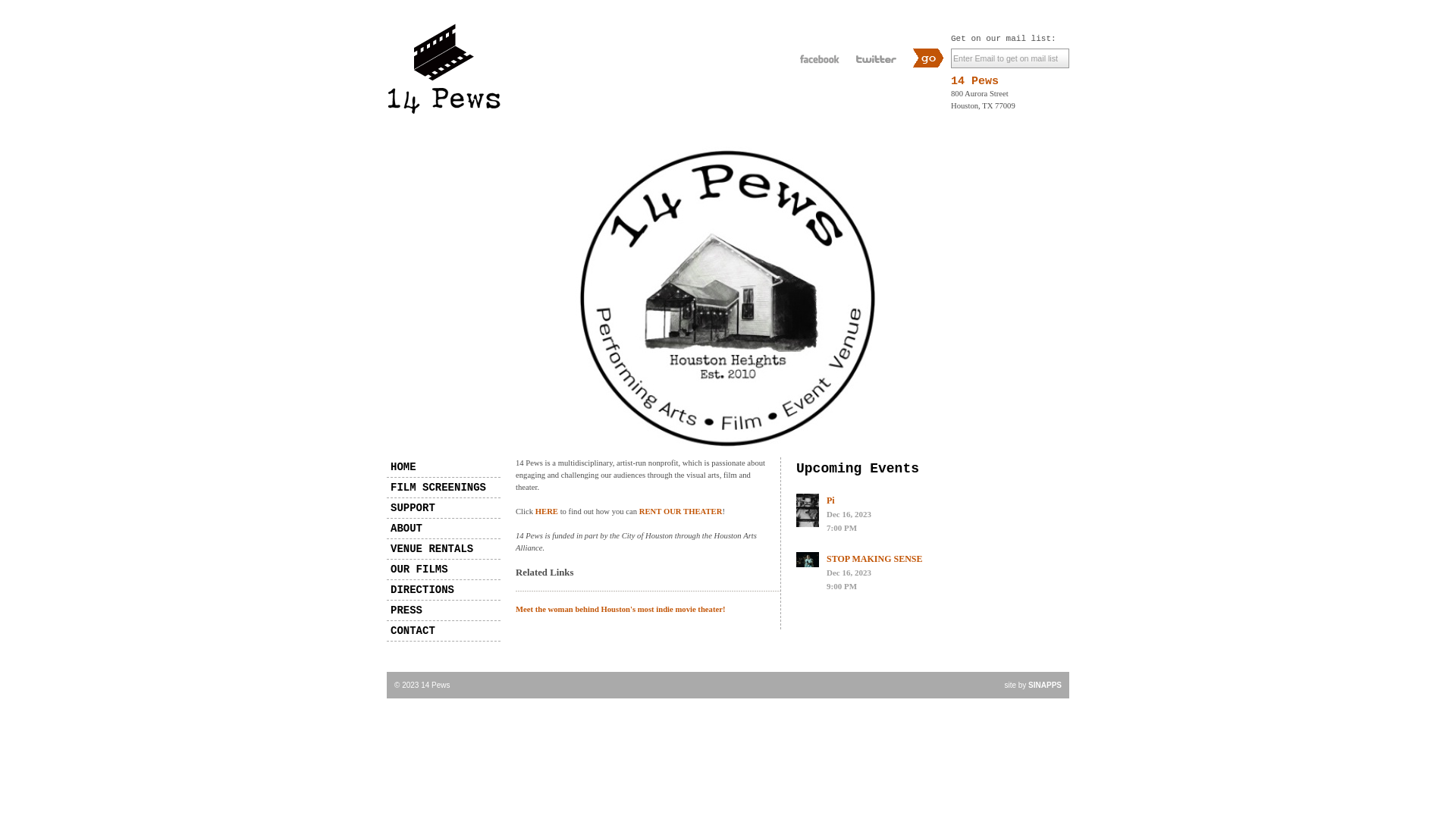 The image size is (1456, 819). I want to click on 'DIRECTIONS', so click(443, 589).